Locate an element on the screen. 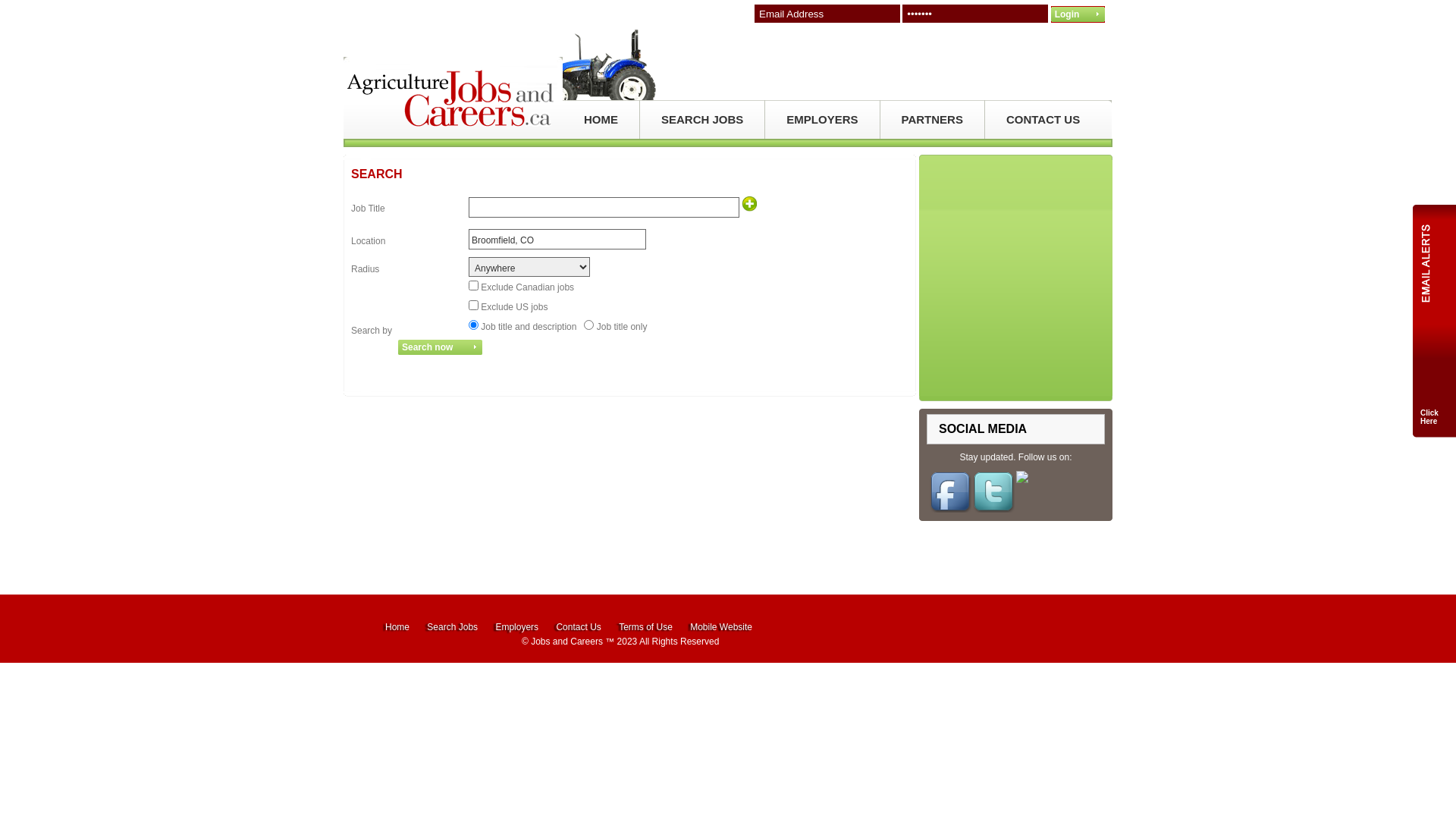 Image resolution: width=1456 pixels, height=819 pixels. 'Search now' is located at coordinates (397, 347).